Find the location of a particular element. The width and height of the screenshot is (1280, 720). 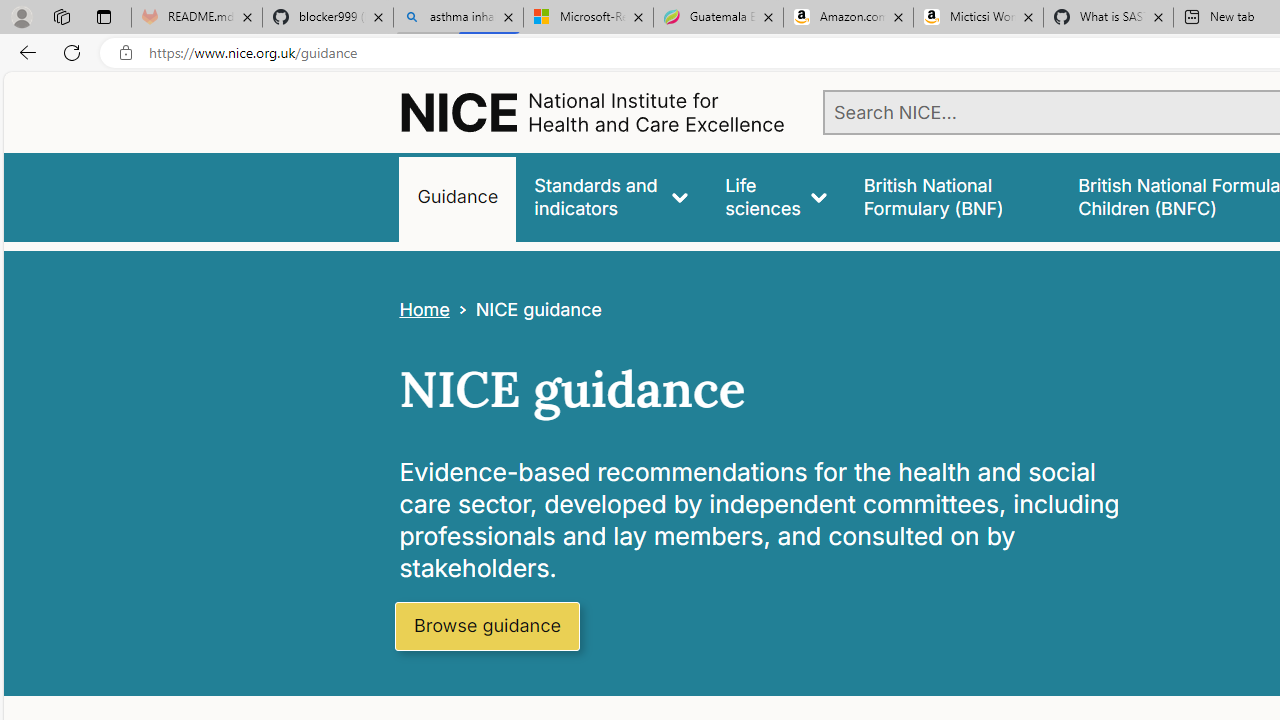

'Home' is located at coordinates (423, 309).